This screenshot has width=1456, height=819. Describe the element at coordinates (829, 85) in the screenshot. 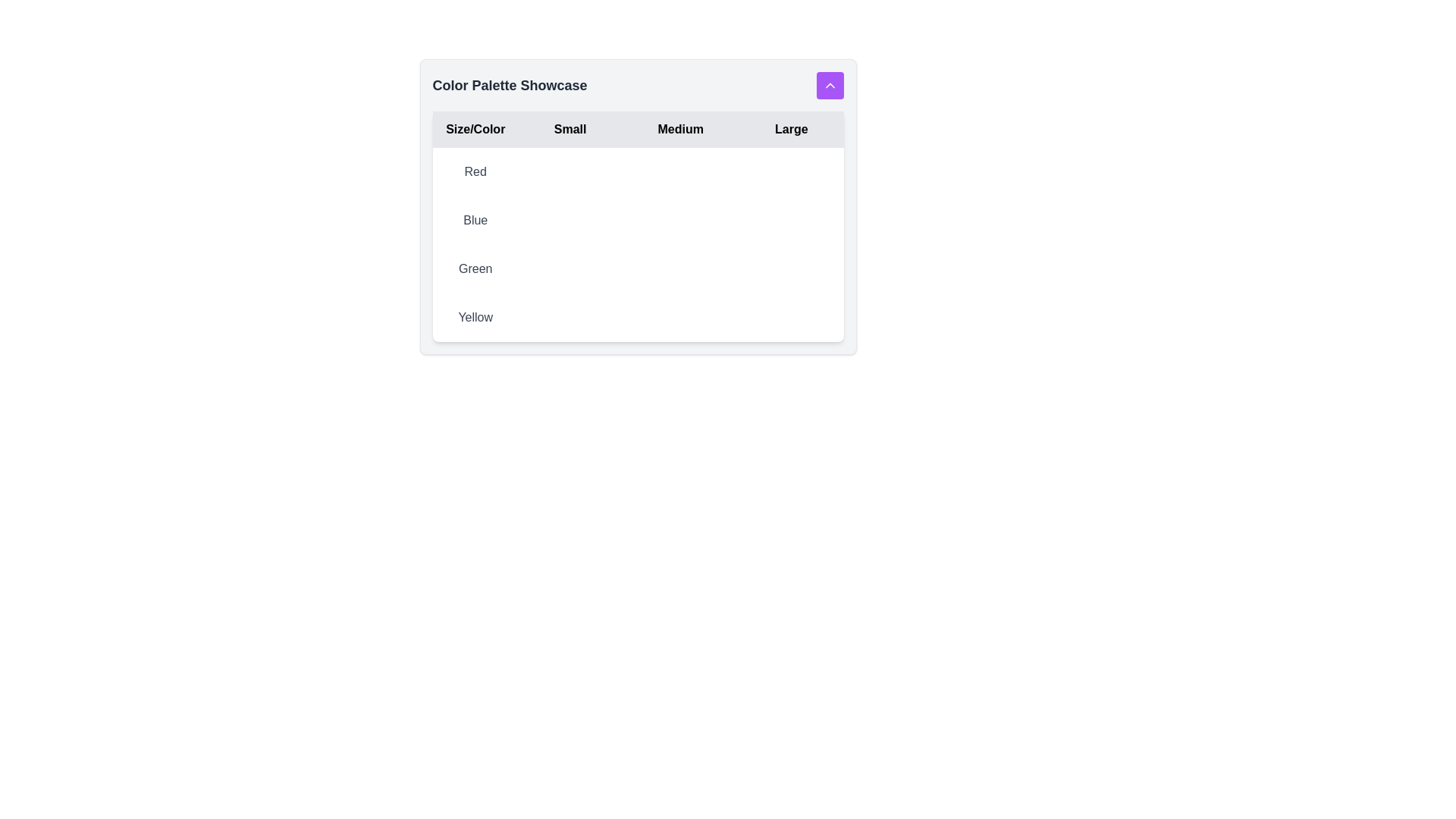

I see `the chevron indicator button located at the top-right corner of the 'Color Palette Showcase' card, which serves as an expandable or collapsible control` at that location.